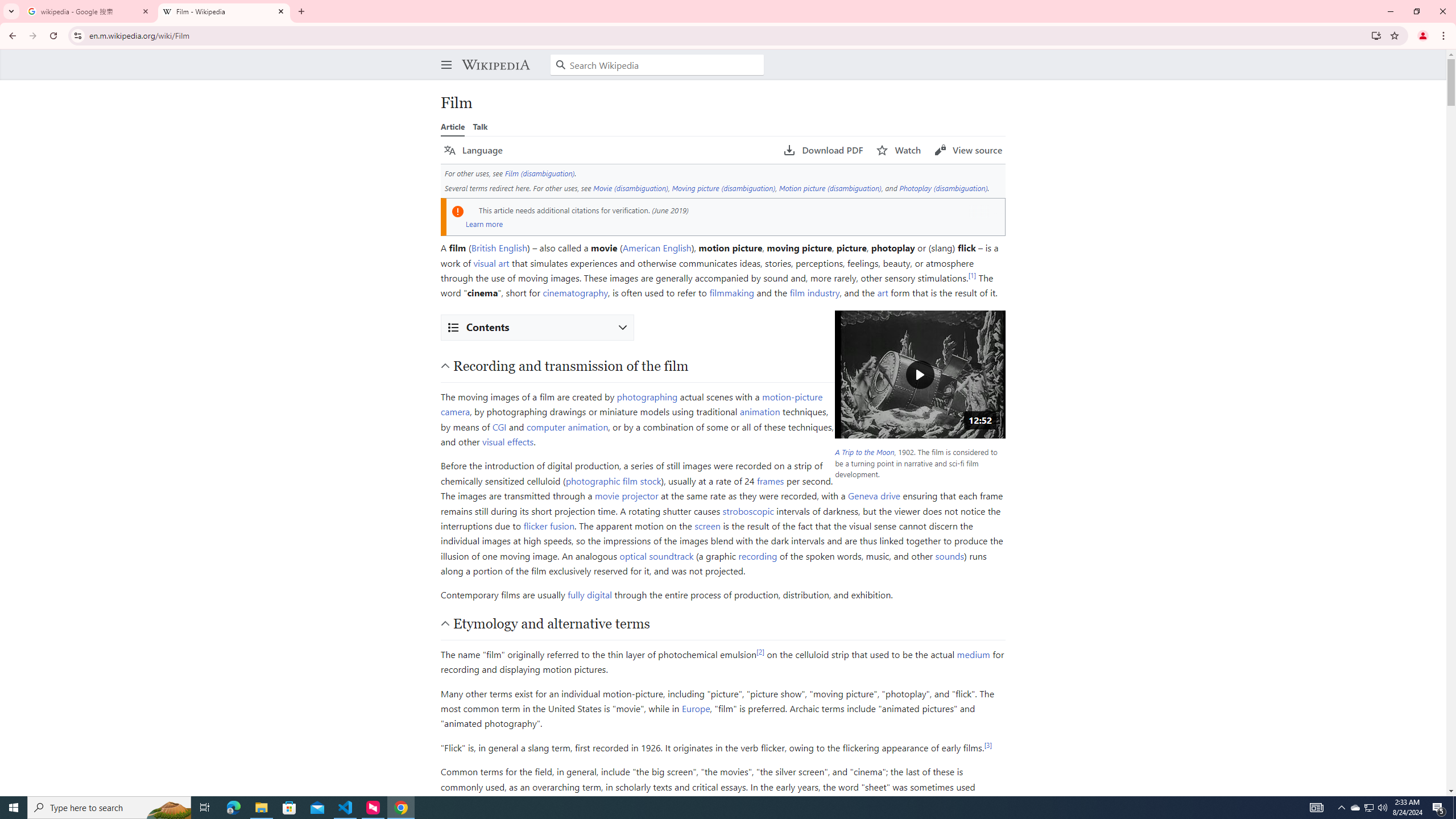  Describe the element at coordinates (495, 64) in the screenshot. I see `'Wikipedia'` at that location.